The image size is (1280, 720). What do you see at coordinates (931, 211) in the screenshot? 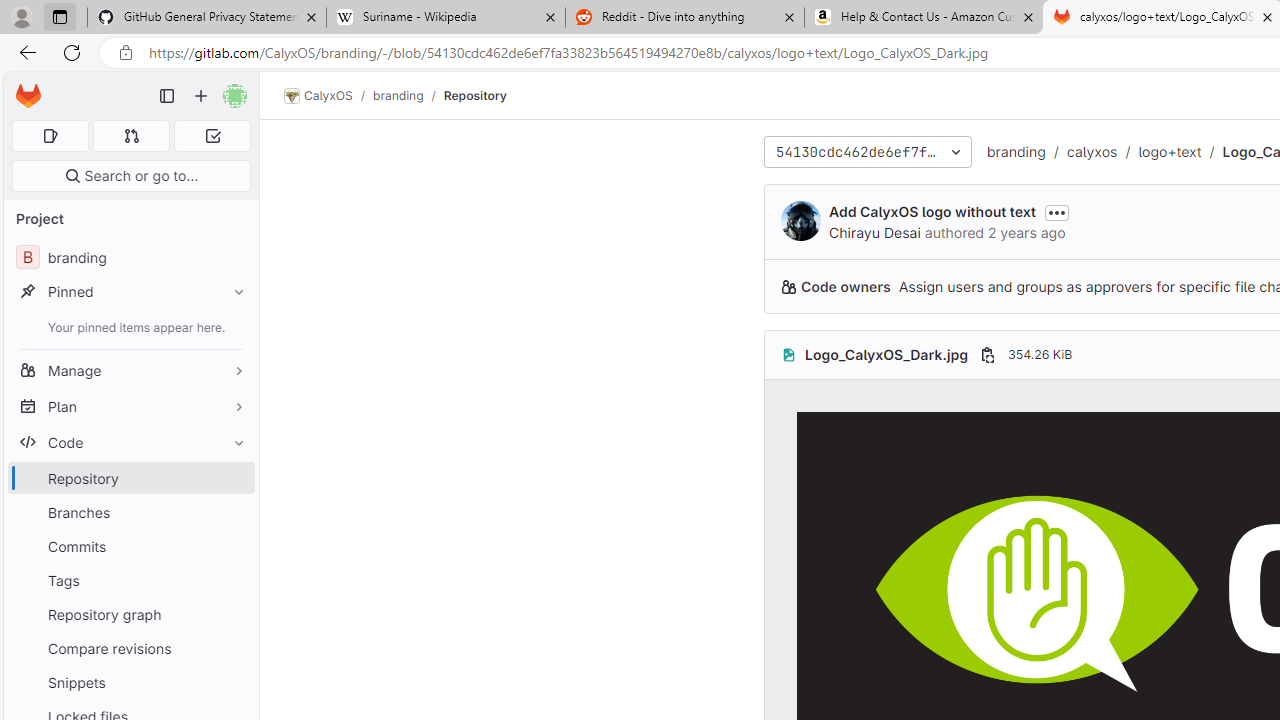
I see `'Add CalyxOS logo without text'` at bounding box center [931, 211].